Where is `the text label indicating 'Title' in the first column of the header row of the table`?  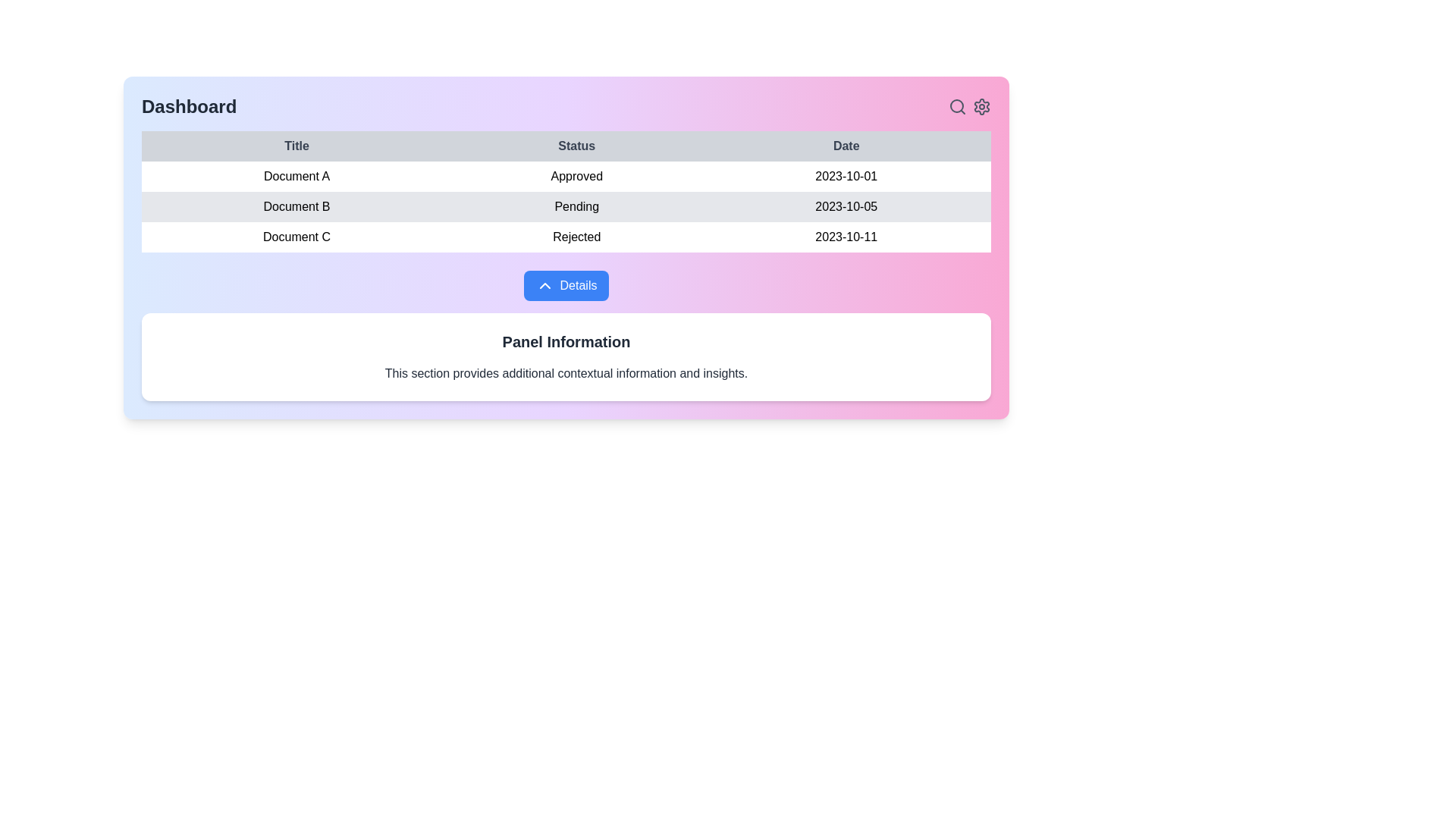
the text label indicating 'Title' in the first column of the header row of the table is located at coordinates (297, 146).